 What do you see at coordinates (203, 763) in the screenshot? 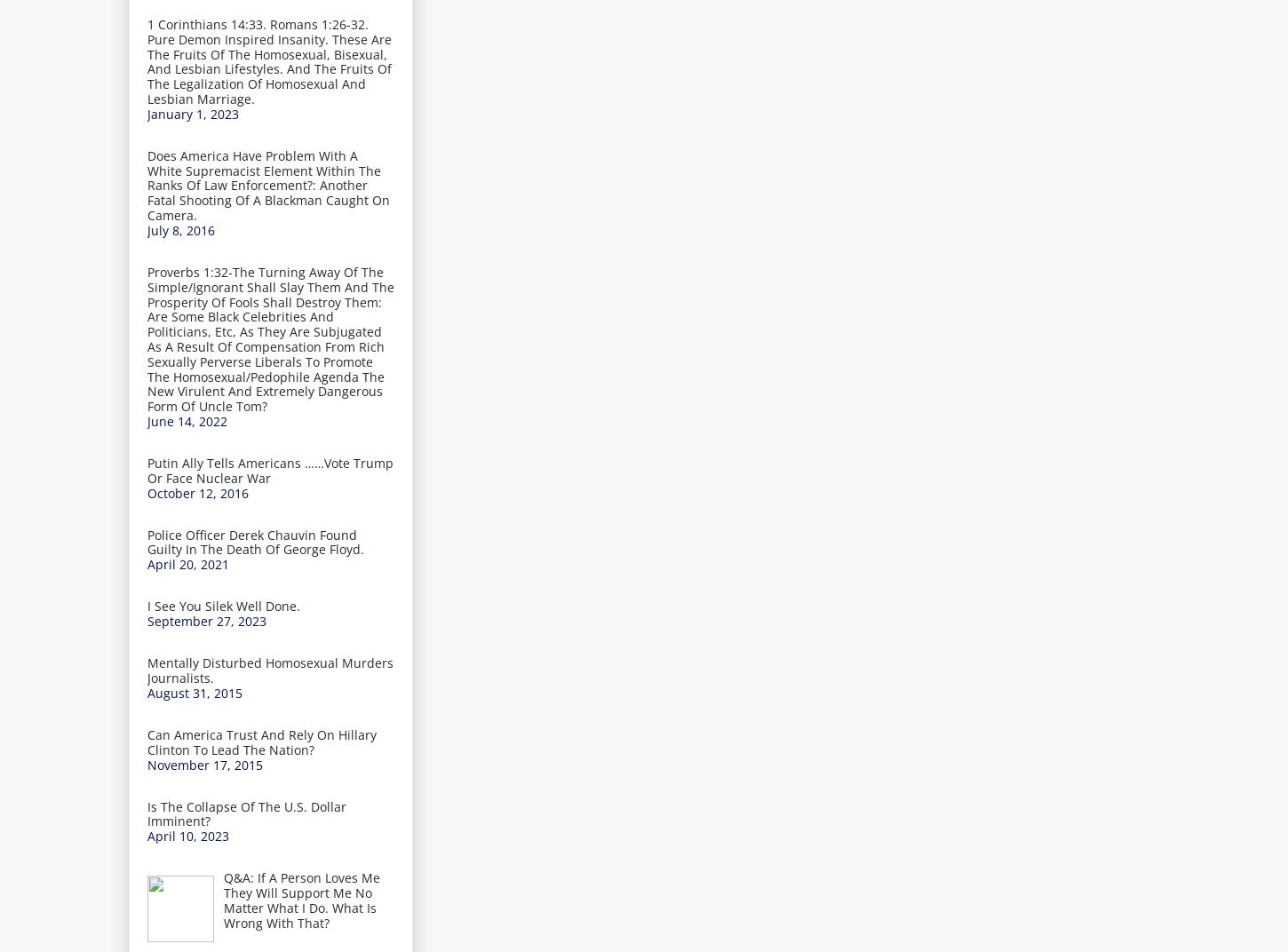
I see `'November 17, 2015'` at bounding box center [203, 763].